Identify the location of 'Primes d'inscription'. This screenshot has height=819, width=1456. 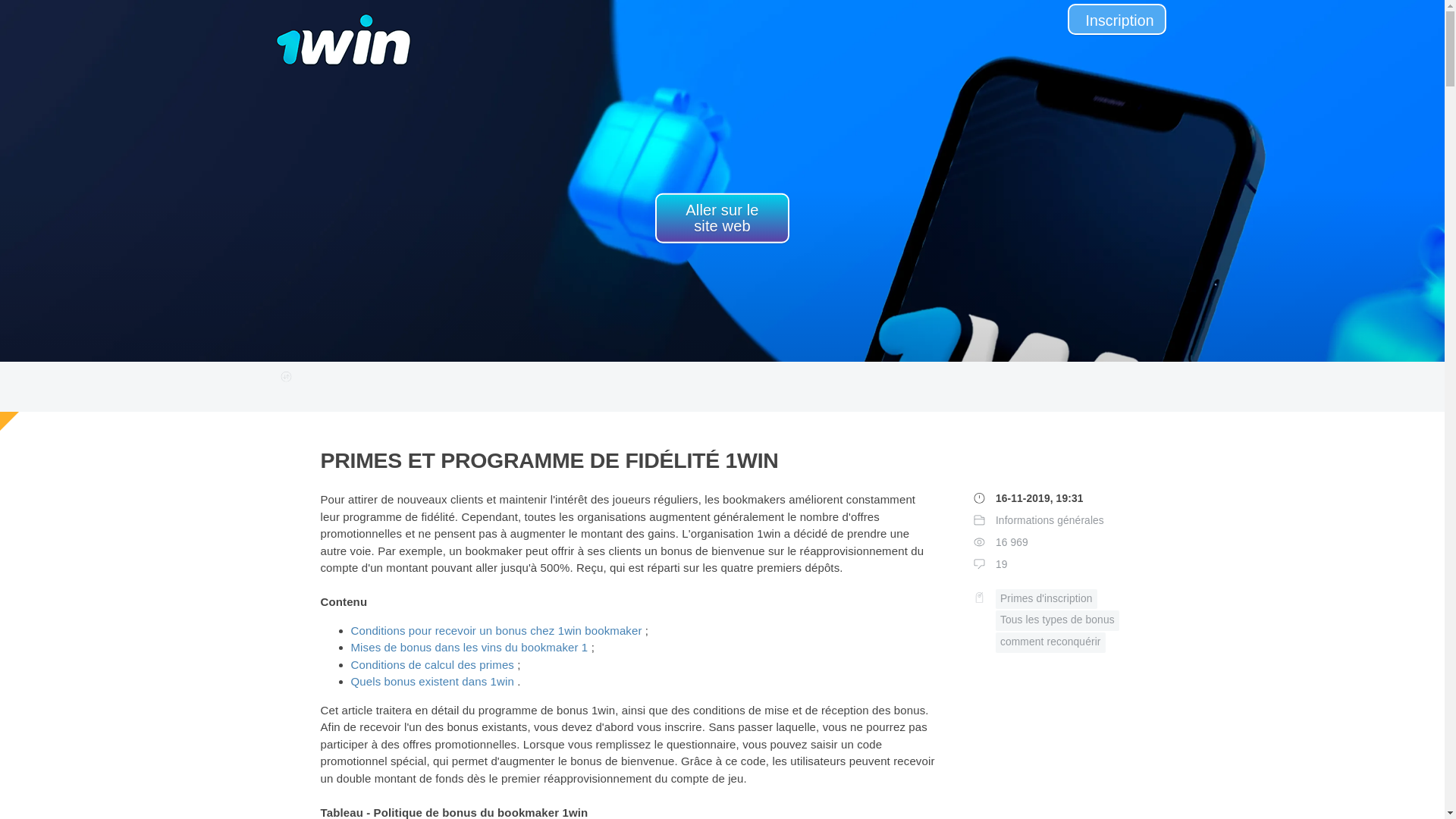
(1046, 598).